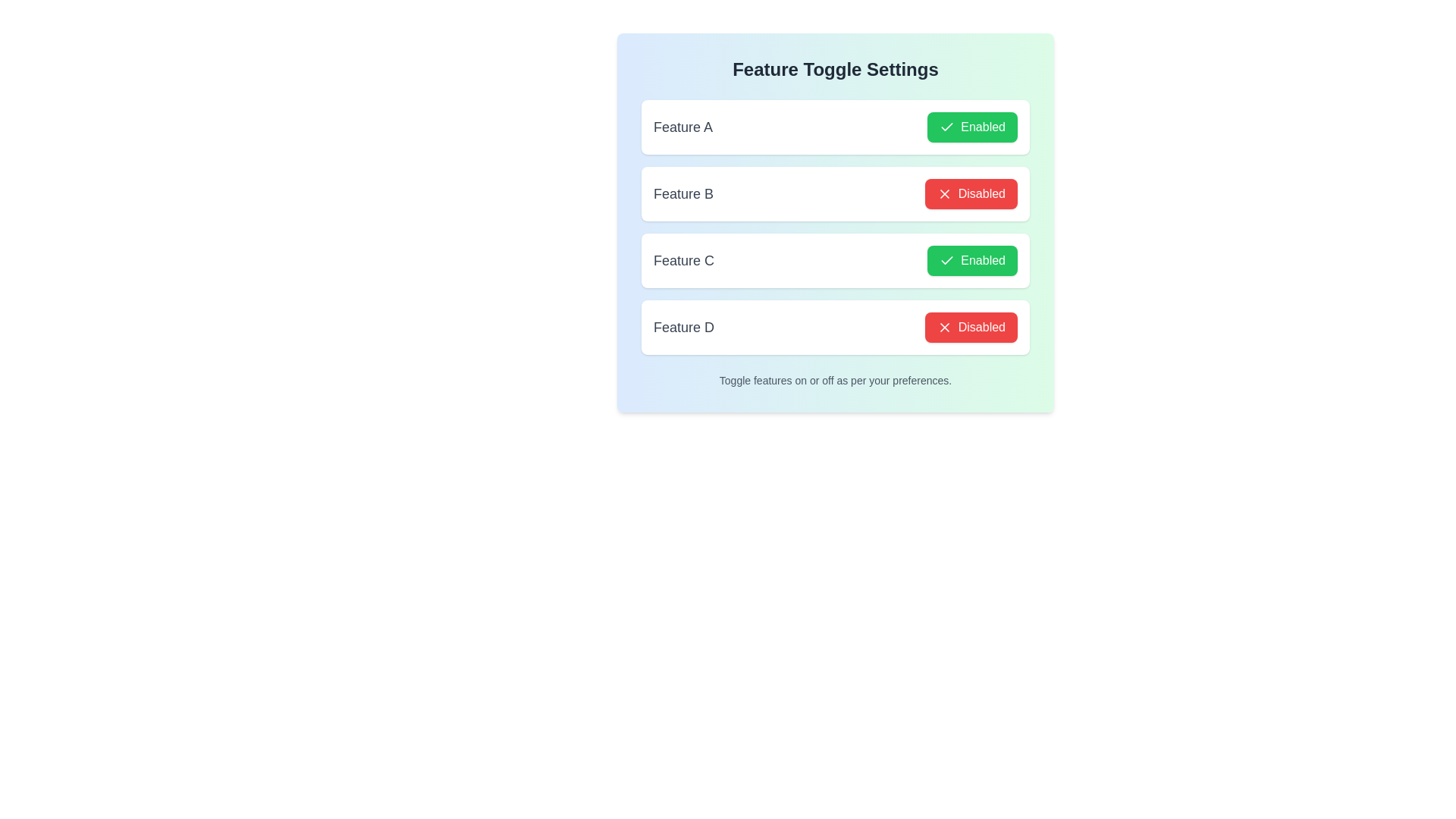 The height and width of the screenshot is (819, 1456). I want to click on the Text label that describes the associated toggle feature in the third row of the 'Feature Toggle Settings' section, so click(683, 259).